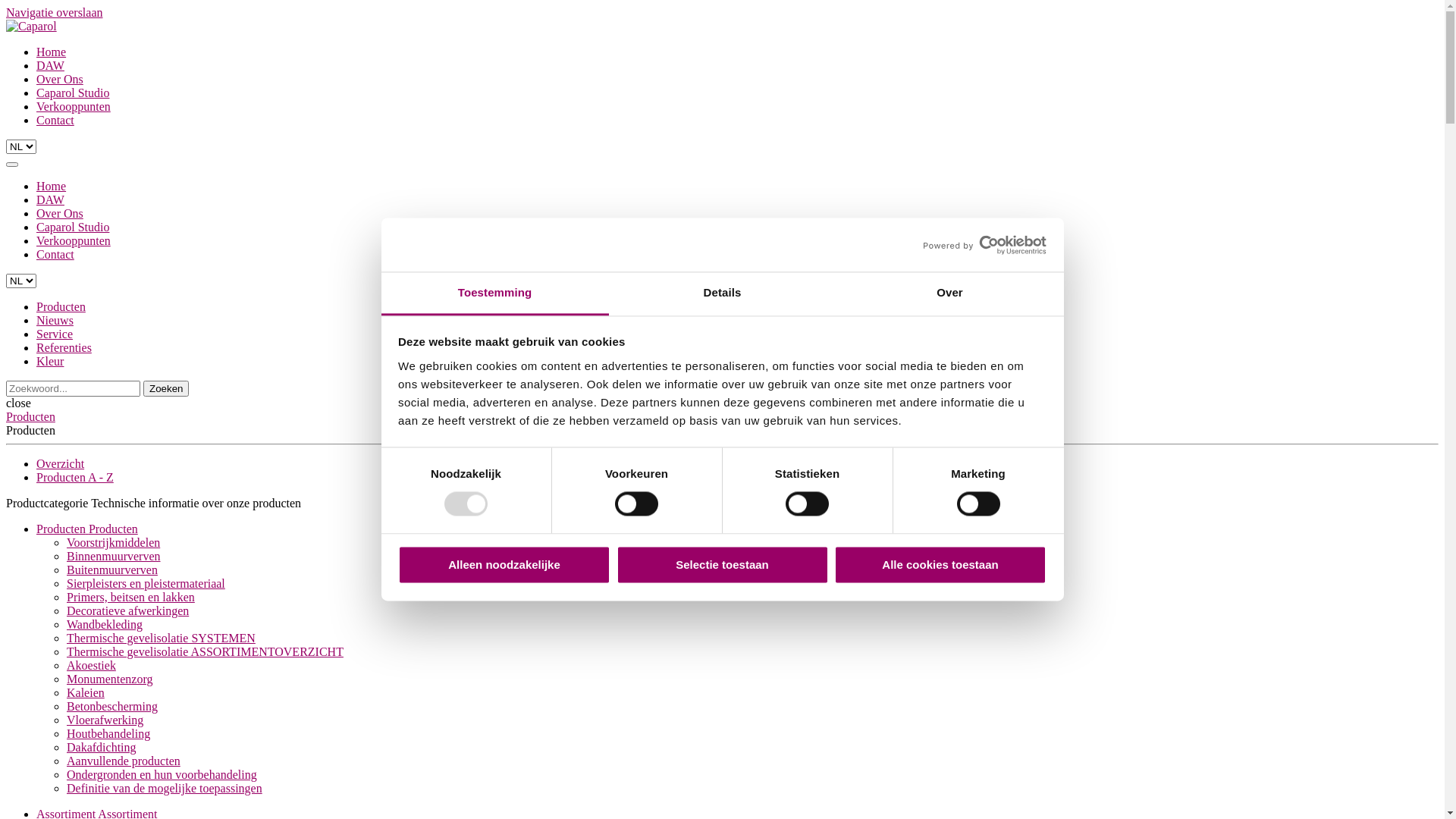 This screenshot has height=819, width=1456. Describe the element at coordinates (55, 319) in the screenshot. I see `'Nieuws'` at that location.